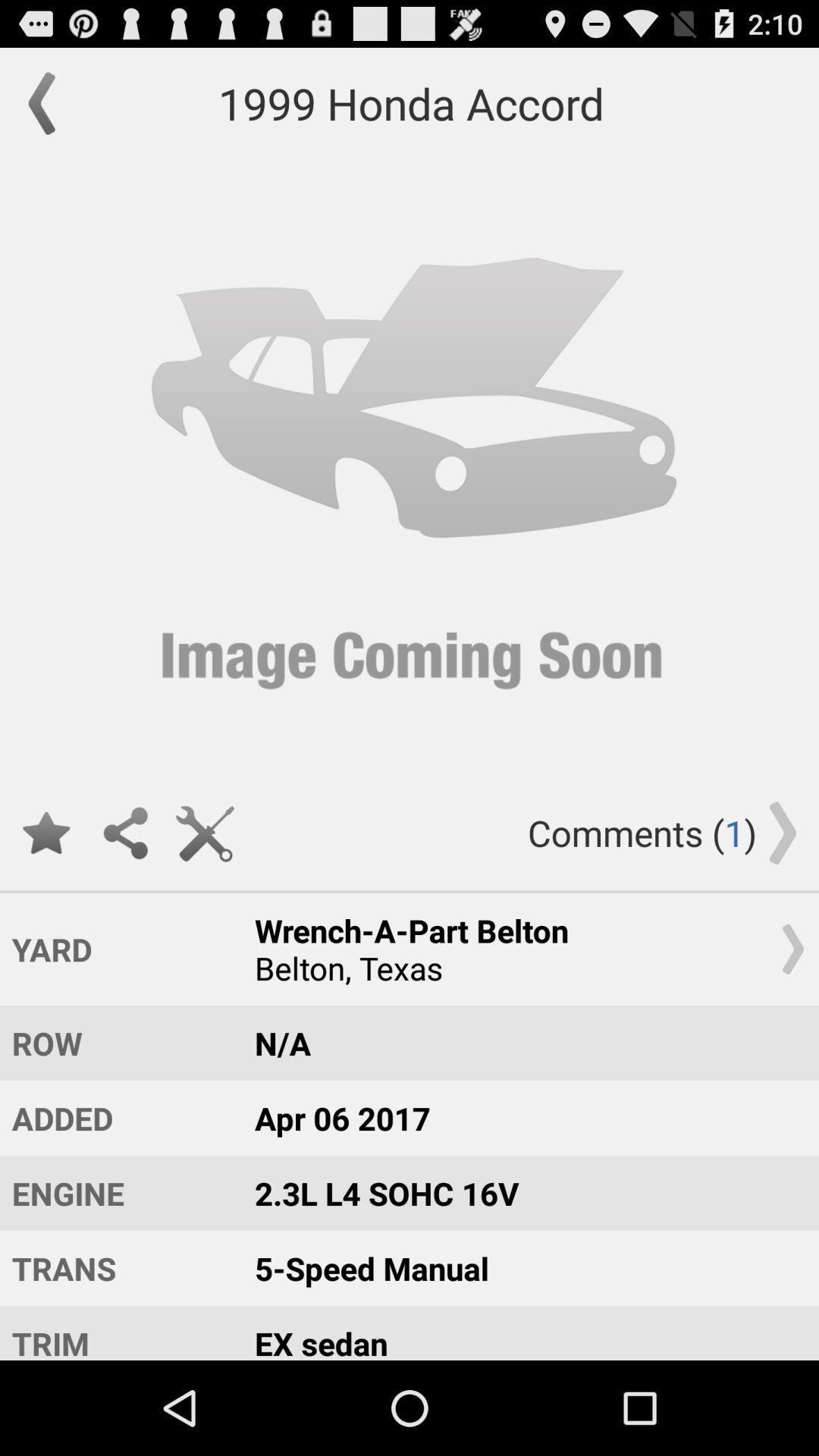 The height and width of the screenshot is (1456, 819). I want to click on the 5-speed manual, so click(522, 1268).